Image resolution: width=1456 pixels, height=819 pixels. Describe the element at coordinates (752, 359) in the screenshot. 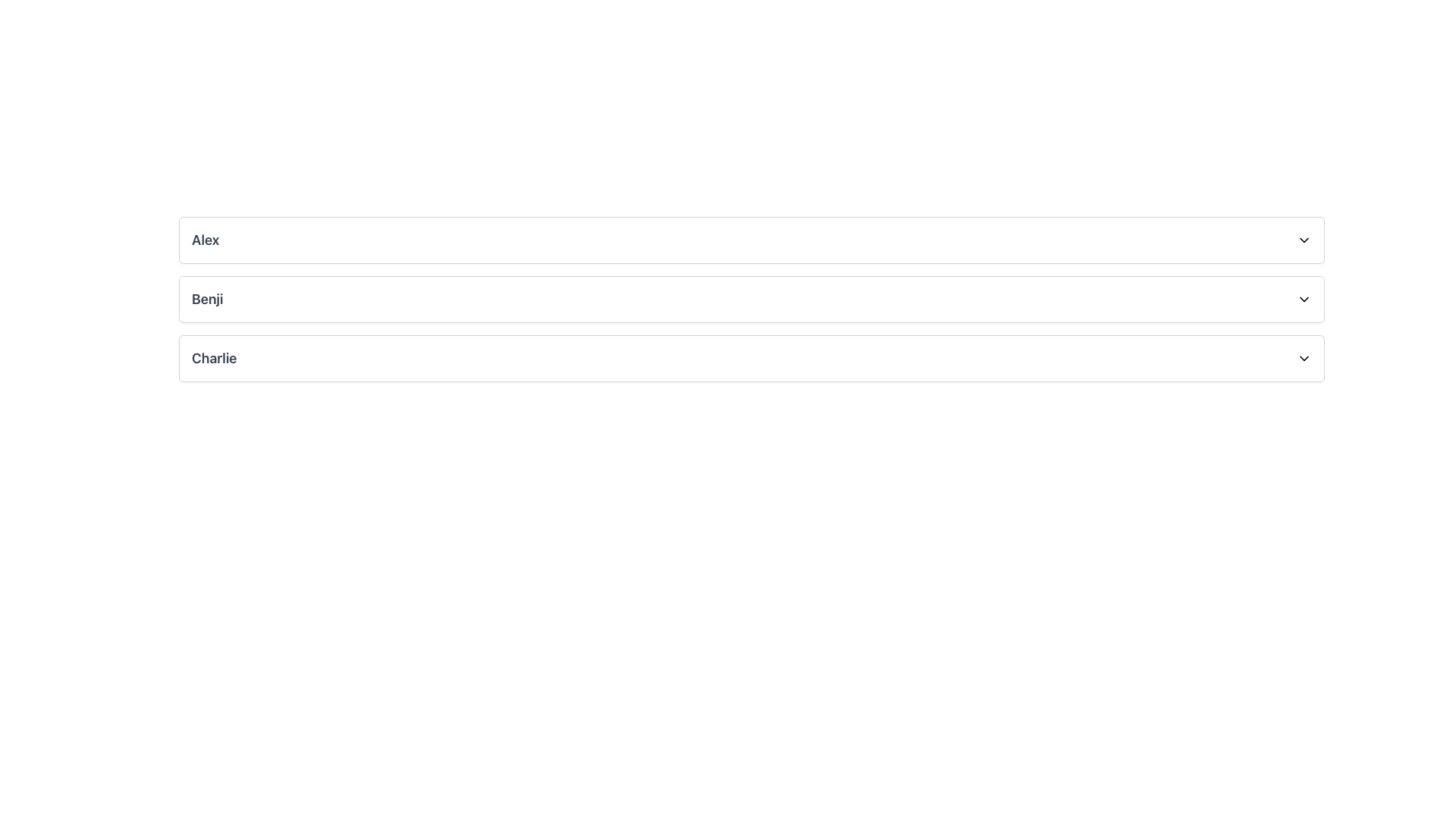

I see `the chevron of the third dropdown item located at the bottom of the list` at that location.